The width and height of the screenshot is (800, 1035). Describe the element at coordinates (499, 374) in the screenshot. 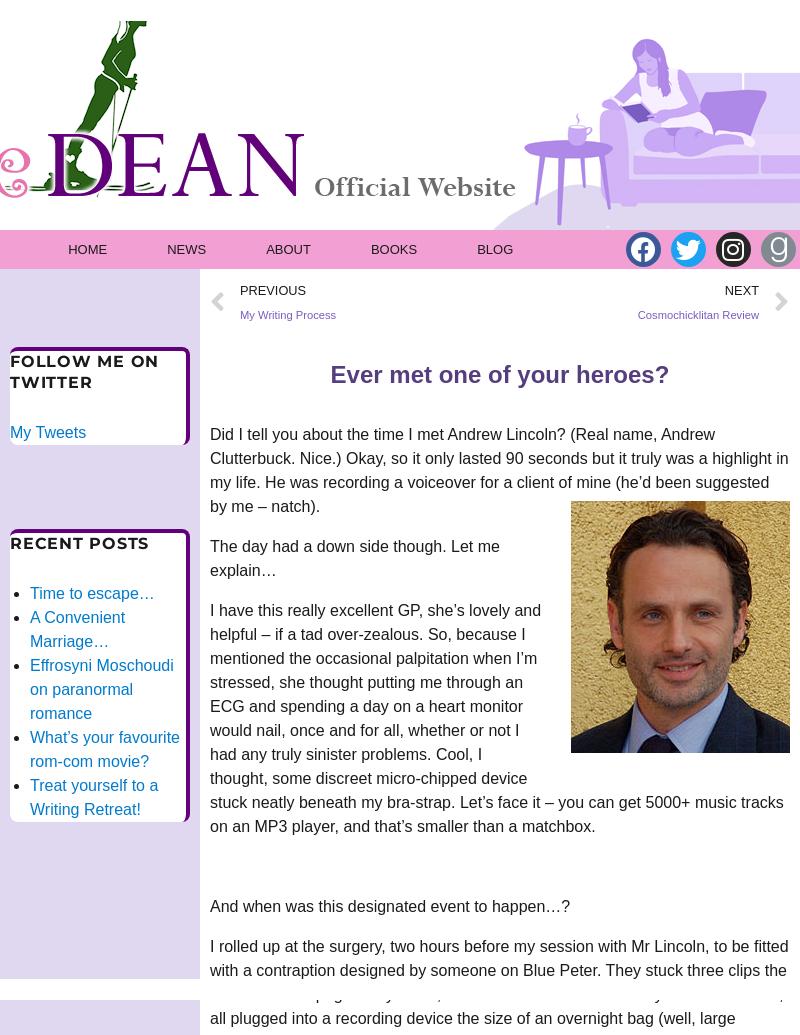

I see `'Ever met one of your heroes?'` at that location.